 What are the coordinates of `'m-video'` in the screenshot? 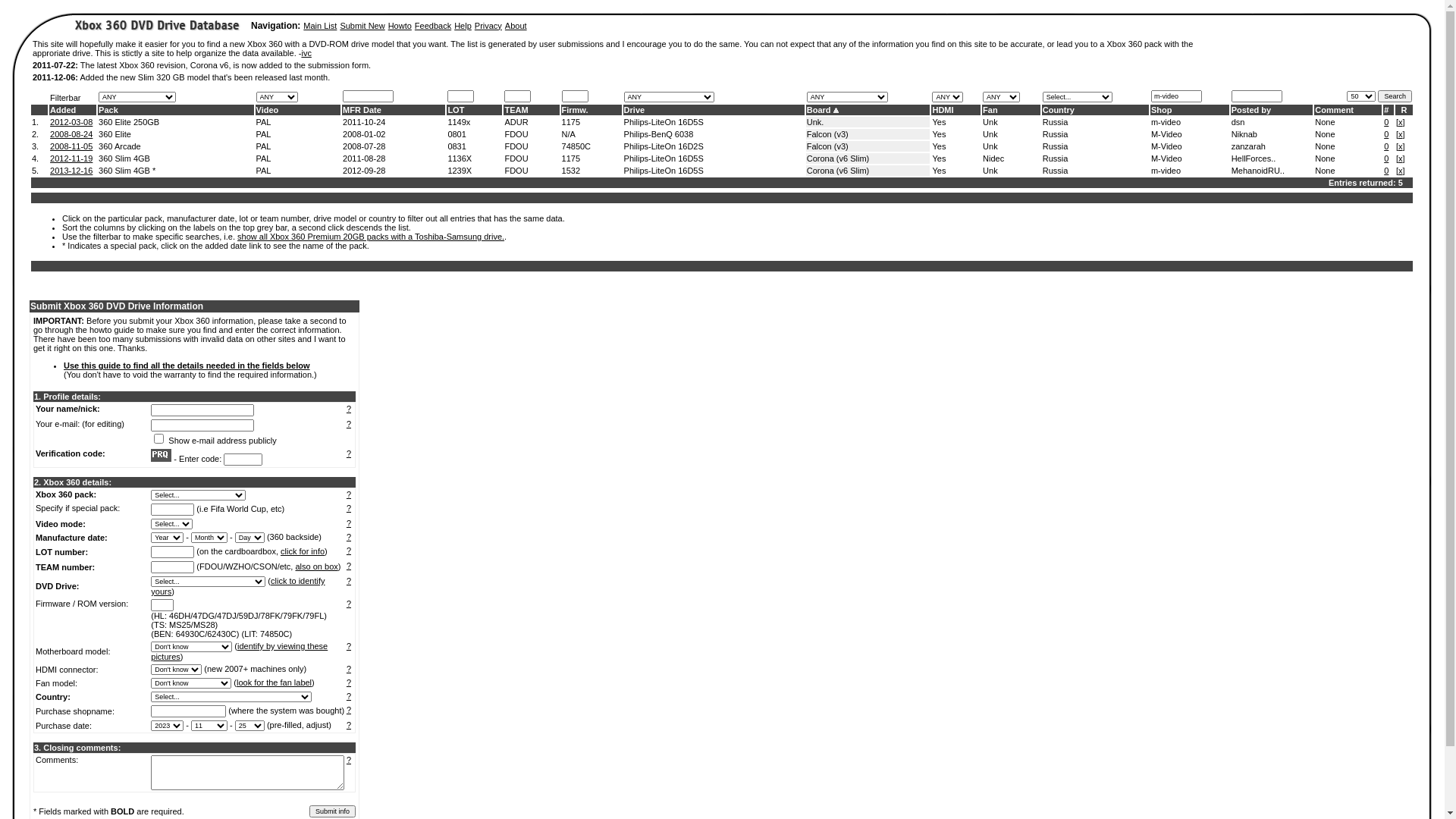 It's located at (1165, 121).